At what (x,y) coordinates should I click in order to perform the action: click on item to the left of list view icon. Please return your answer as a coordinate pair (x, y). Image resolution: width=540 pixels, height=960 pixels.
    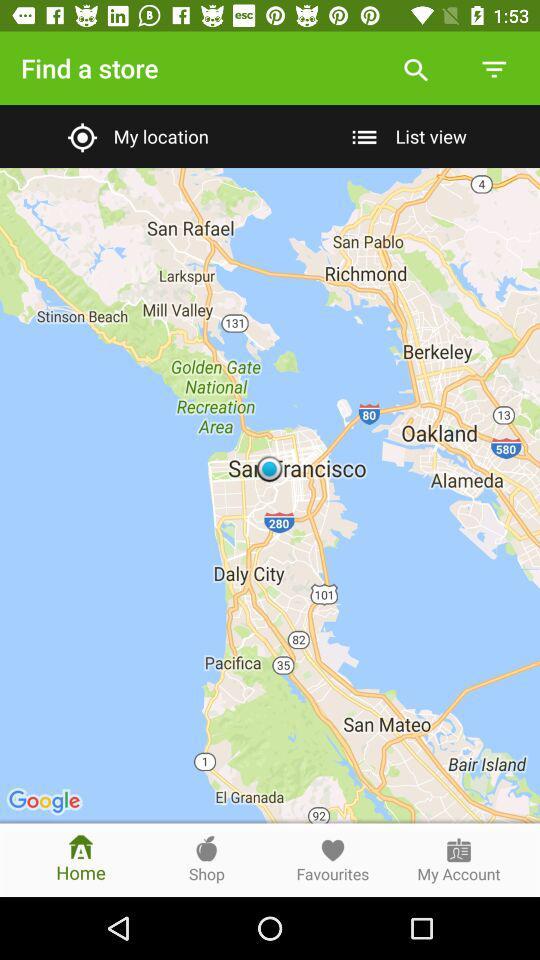
    Looking at the image, I should click on (135, 135).